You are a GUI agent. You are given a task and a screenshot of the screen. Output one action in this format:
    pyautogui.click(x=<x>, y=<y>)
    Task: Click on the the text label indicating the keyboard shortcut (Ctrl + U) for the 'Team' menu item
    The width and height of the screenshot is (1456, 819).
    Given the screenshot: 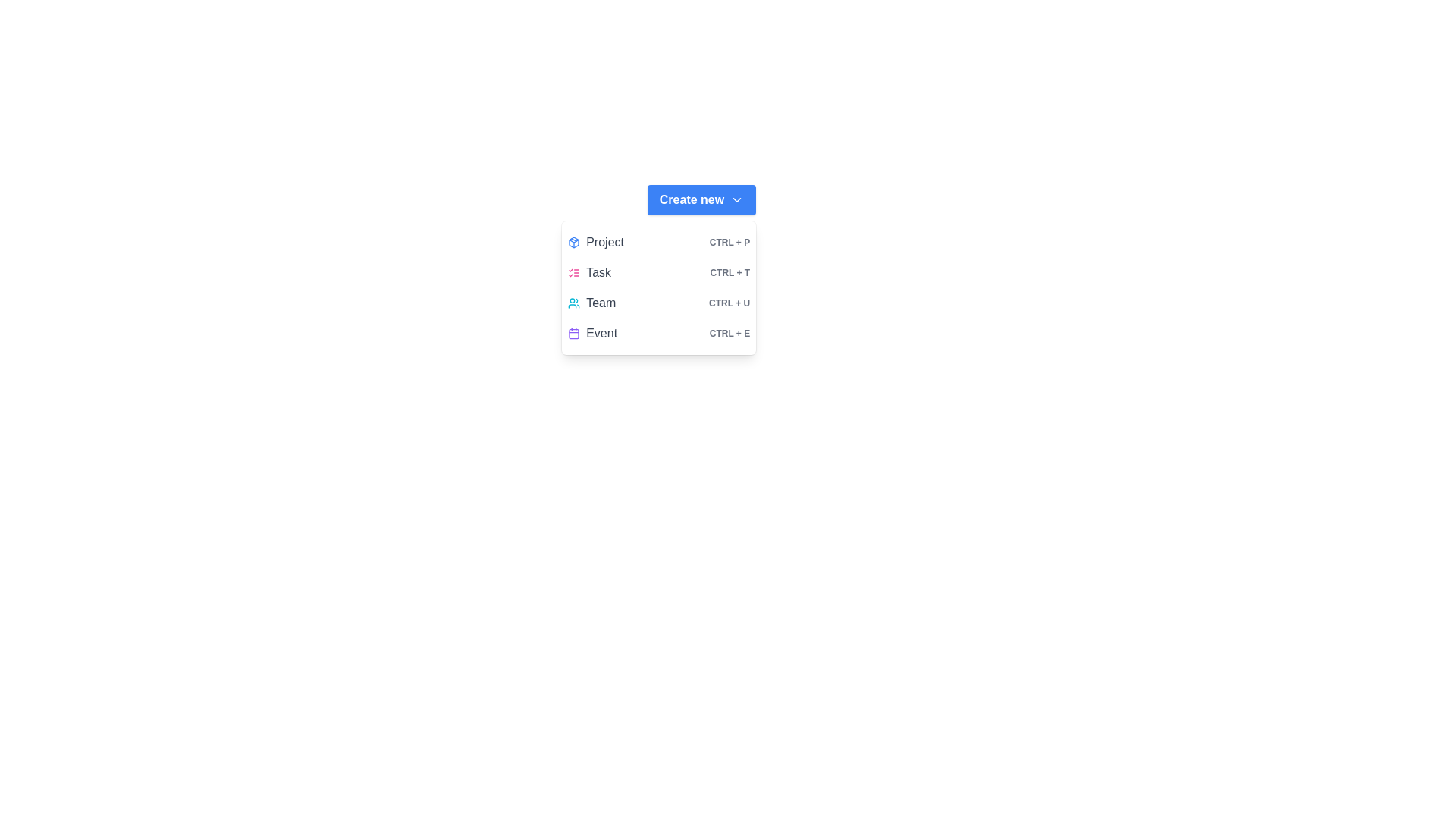 What is the action you would take?
    pyautogui.click(x=730, y=303)
    